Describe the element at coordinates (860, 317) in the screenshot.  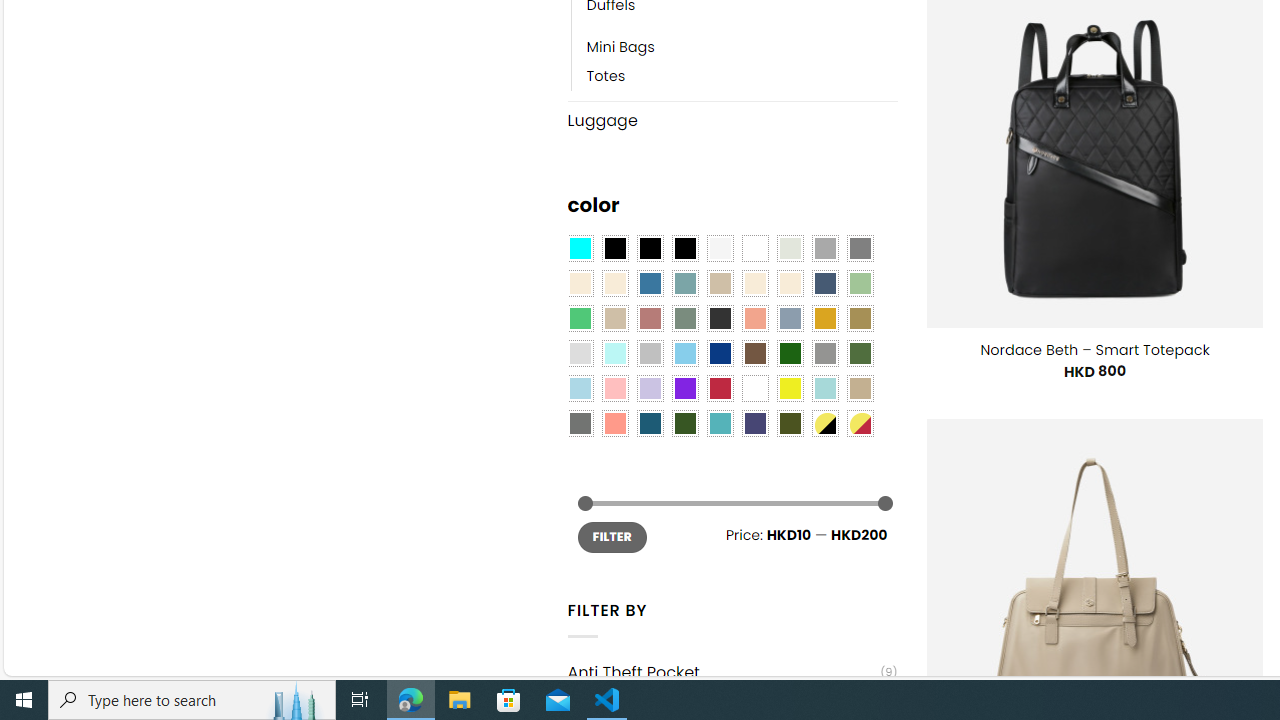
I see `'Kelp'` at that location.